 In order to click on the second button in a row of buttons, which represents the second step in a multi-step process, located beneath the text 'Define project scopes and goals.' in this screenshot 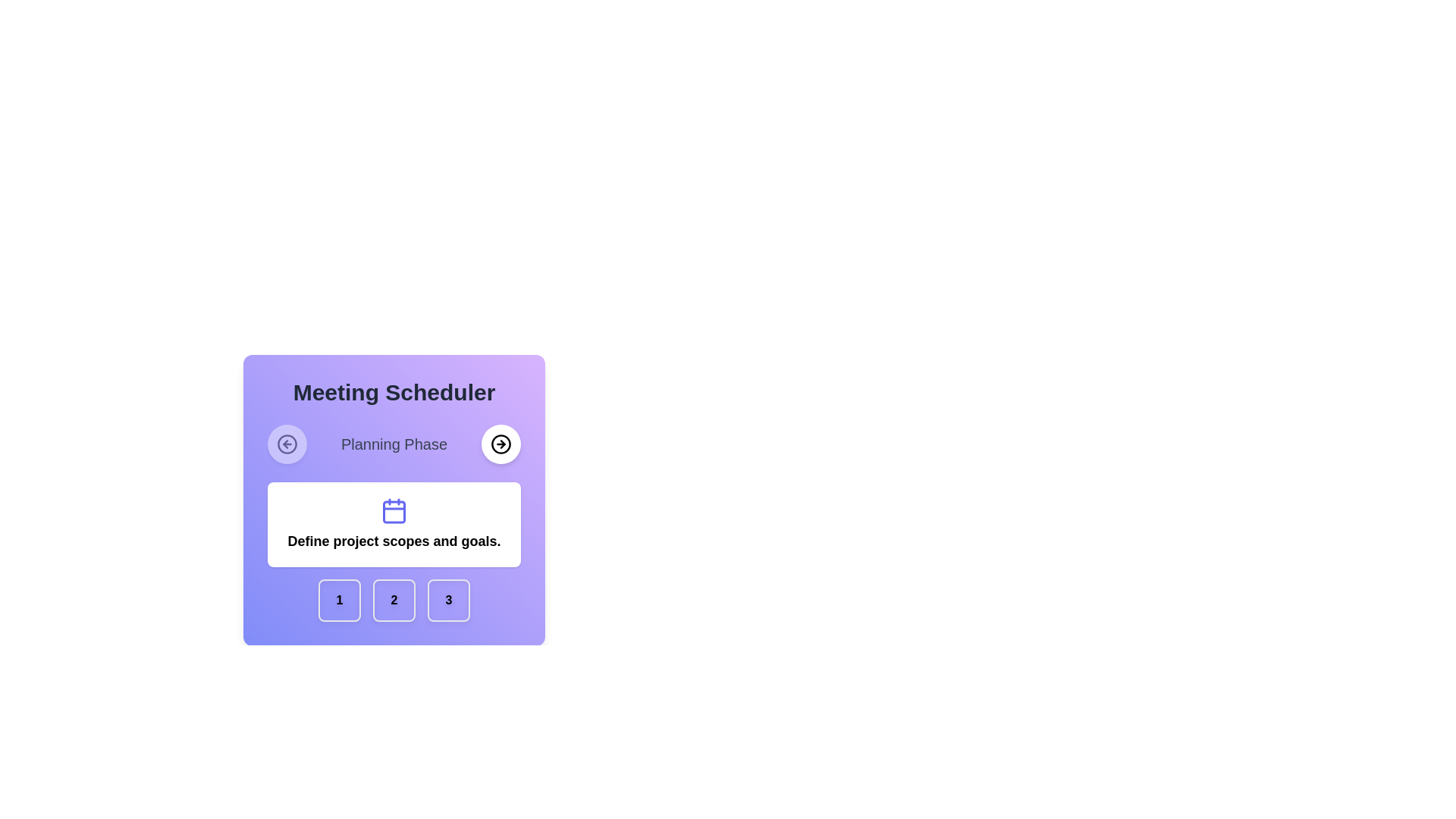, I will do `click(394, 599)`.